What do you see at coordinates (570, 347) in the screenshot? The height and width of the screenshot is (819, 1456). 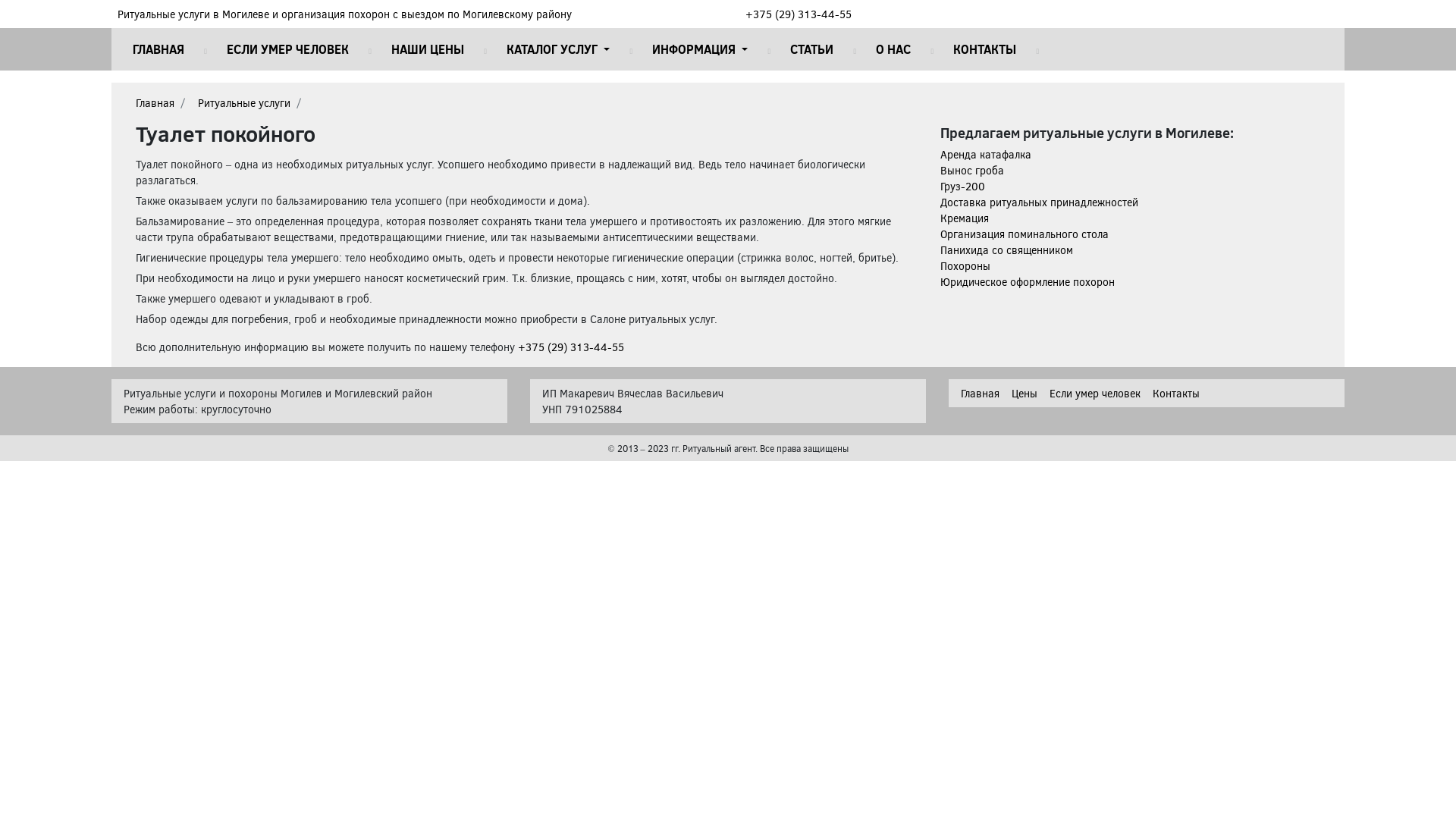 I see `'+375 (29) 313-44-55'` at bounding box center [570, 347].